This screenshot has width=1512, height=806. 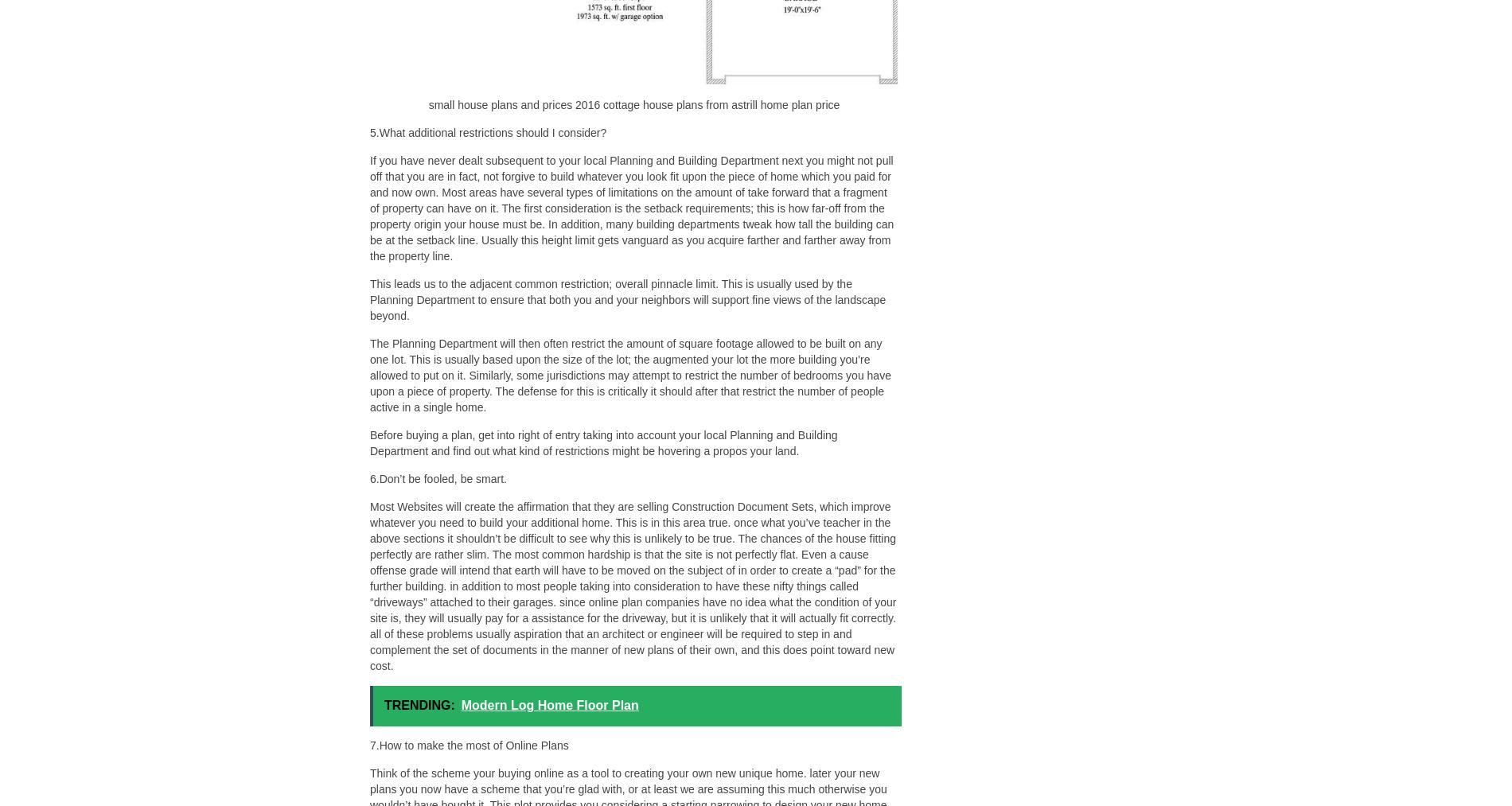 What do you see at coordinates (438, 479) in the screenshot?
I see `'6.Don’t be fooled, be smart.'` at bounding box center [438, 479].